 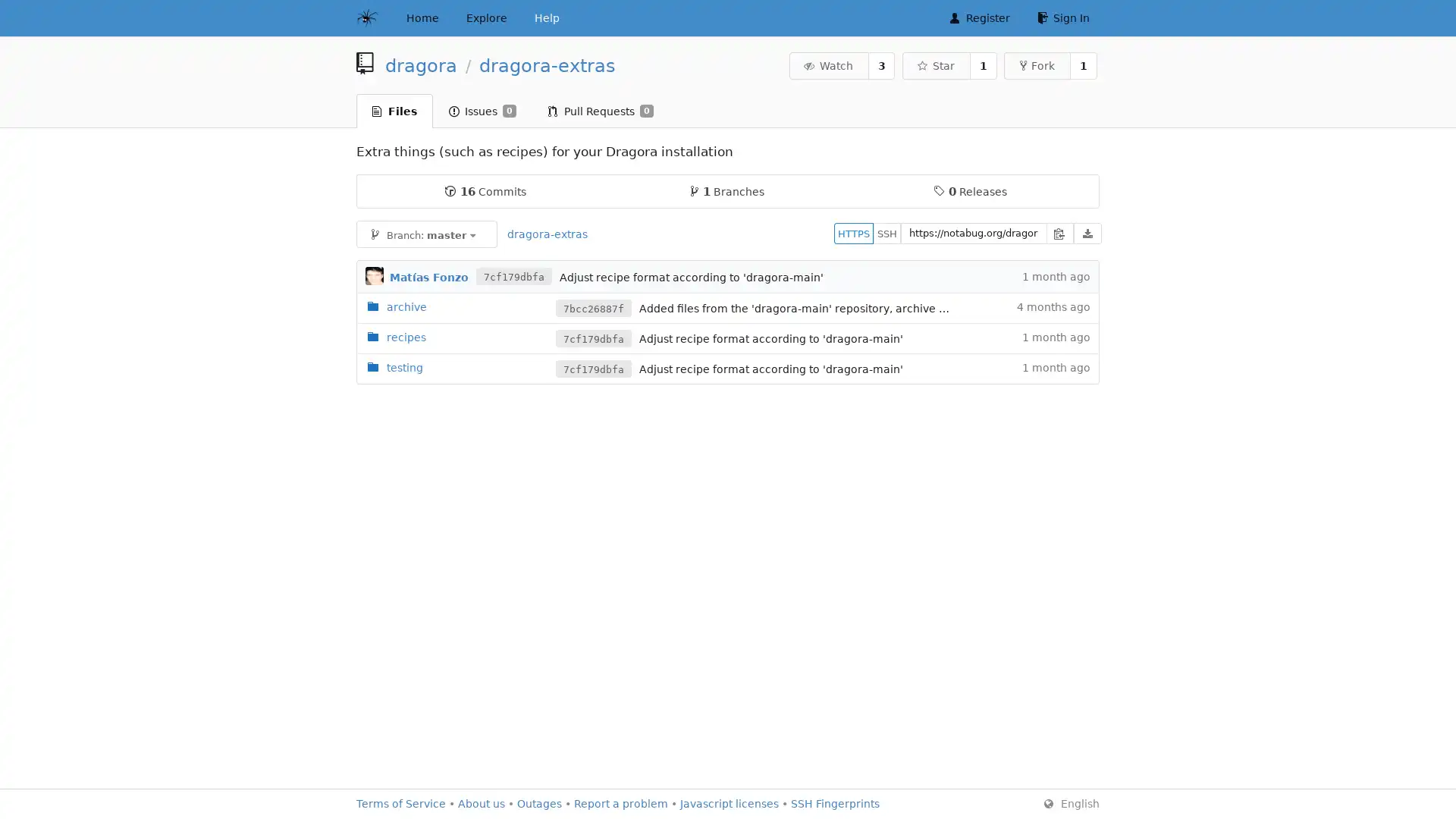 What do you see at coordinates (887, 233) in the screenshot?
I see `SSH` at bounding box center [887, 233].